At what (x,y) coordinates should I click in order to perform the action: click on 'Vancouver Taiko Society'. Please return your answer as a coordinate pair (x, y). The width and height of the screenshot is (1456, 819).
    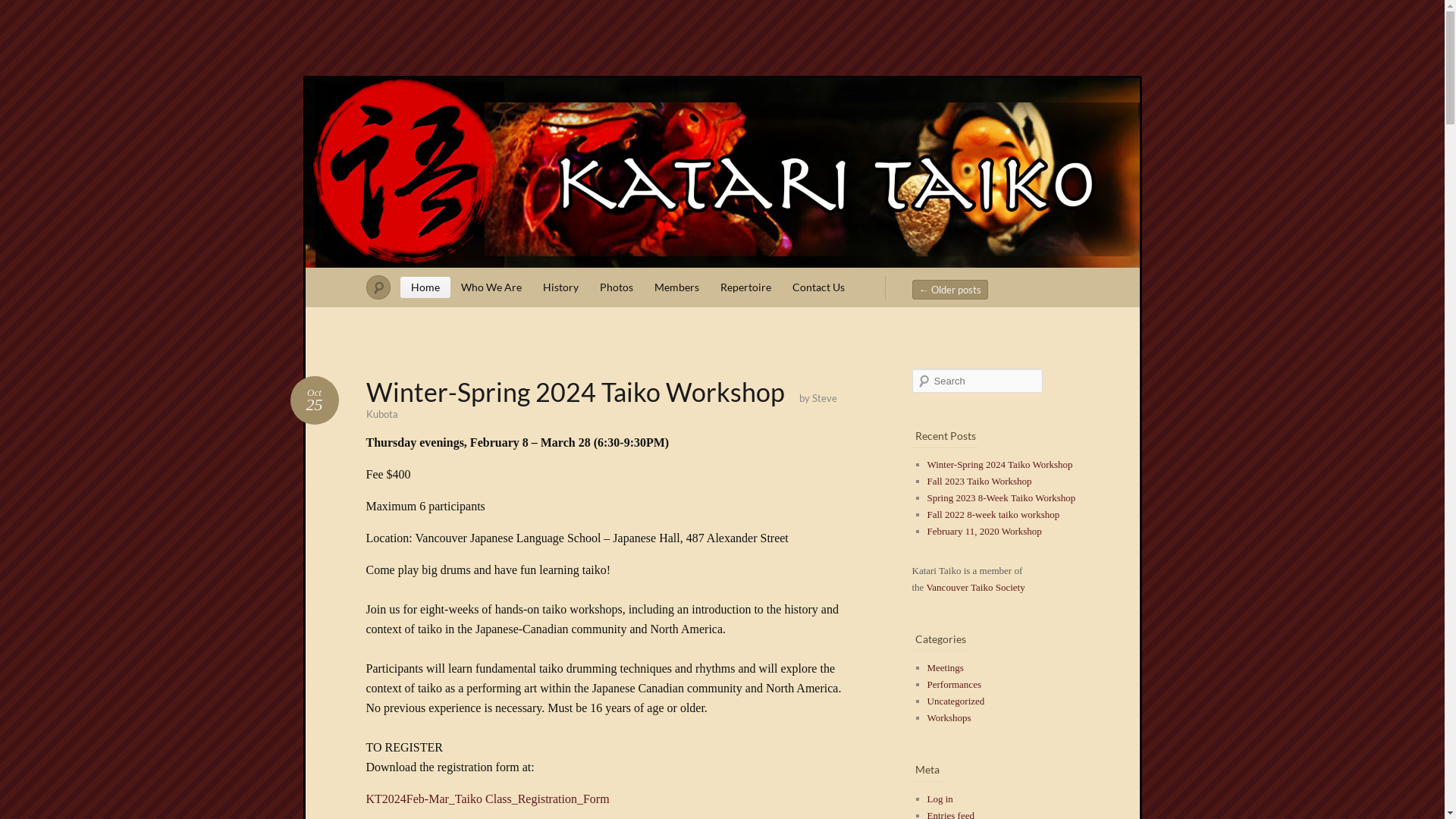
    Looking at the image, I should click on (975, 586).